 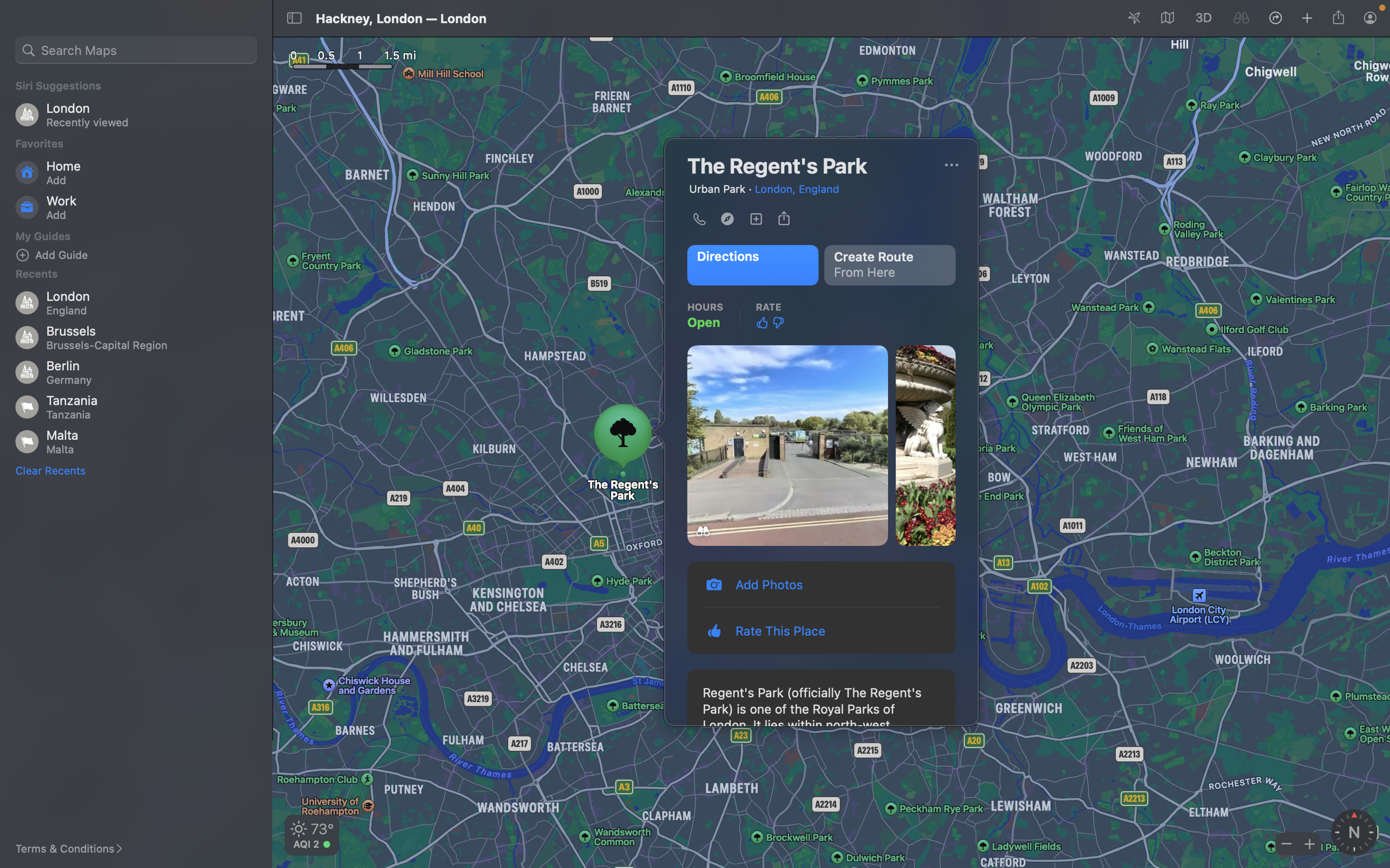 I want to click on Activate a call from the available options at the top right, so click(x=951, y=165).